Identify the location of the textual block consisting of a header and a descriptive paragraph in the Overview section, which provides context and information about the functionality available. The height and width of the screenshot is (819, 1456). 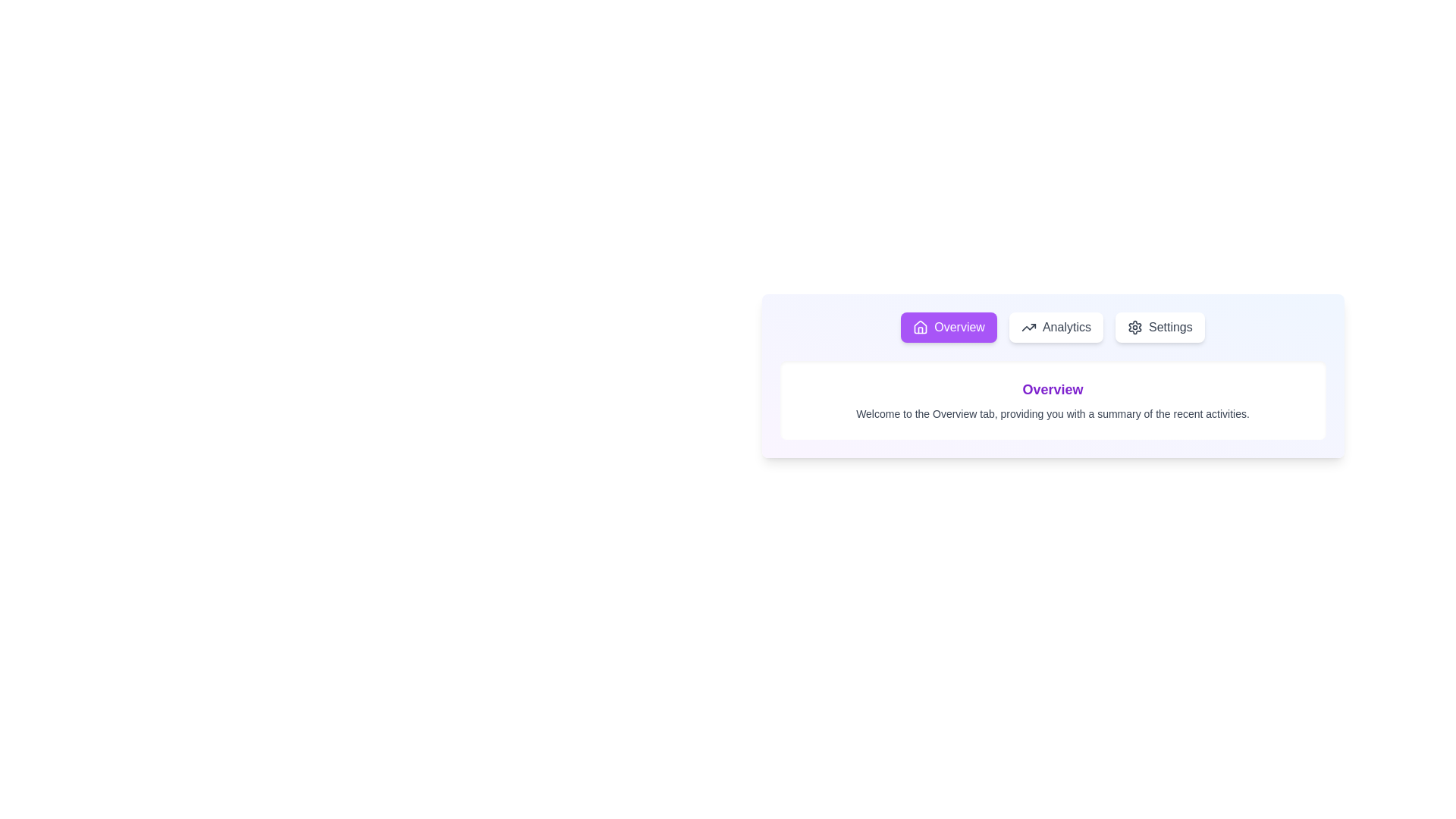
(1052, 400).